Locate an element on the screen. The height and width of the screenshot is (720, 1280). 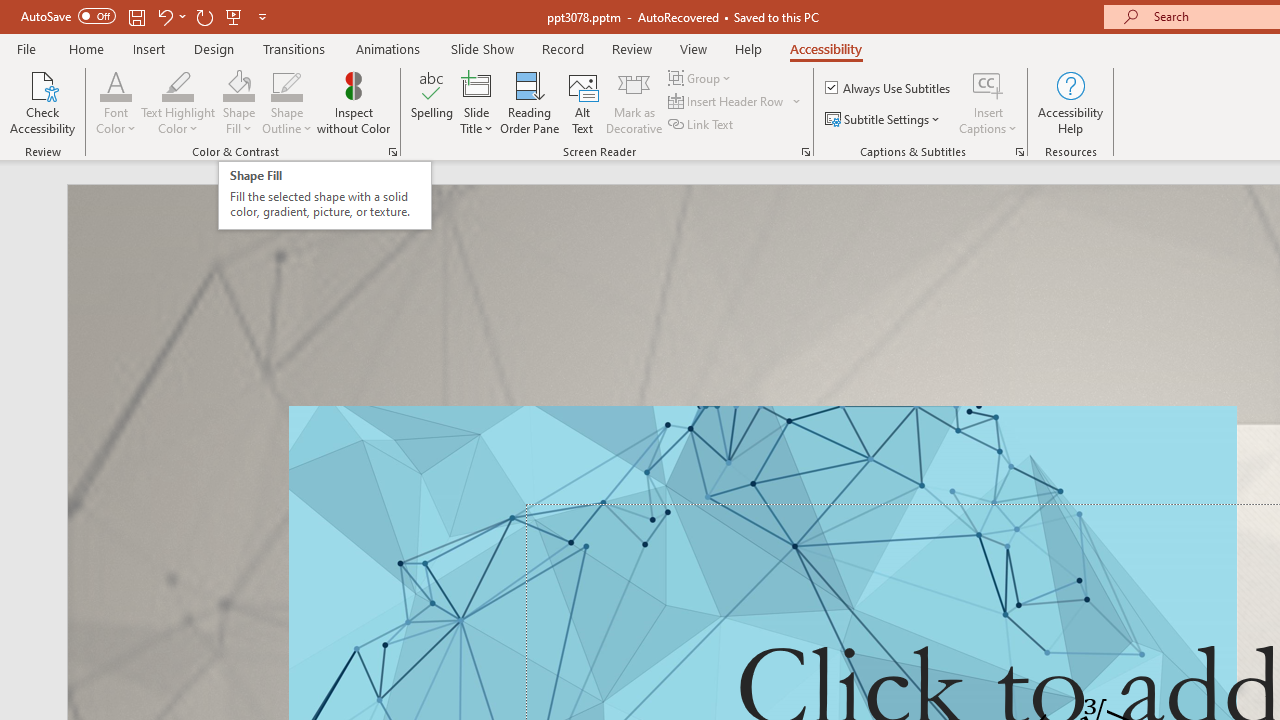
'Mark as Decorative' is located at coordinates (633, 103).